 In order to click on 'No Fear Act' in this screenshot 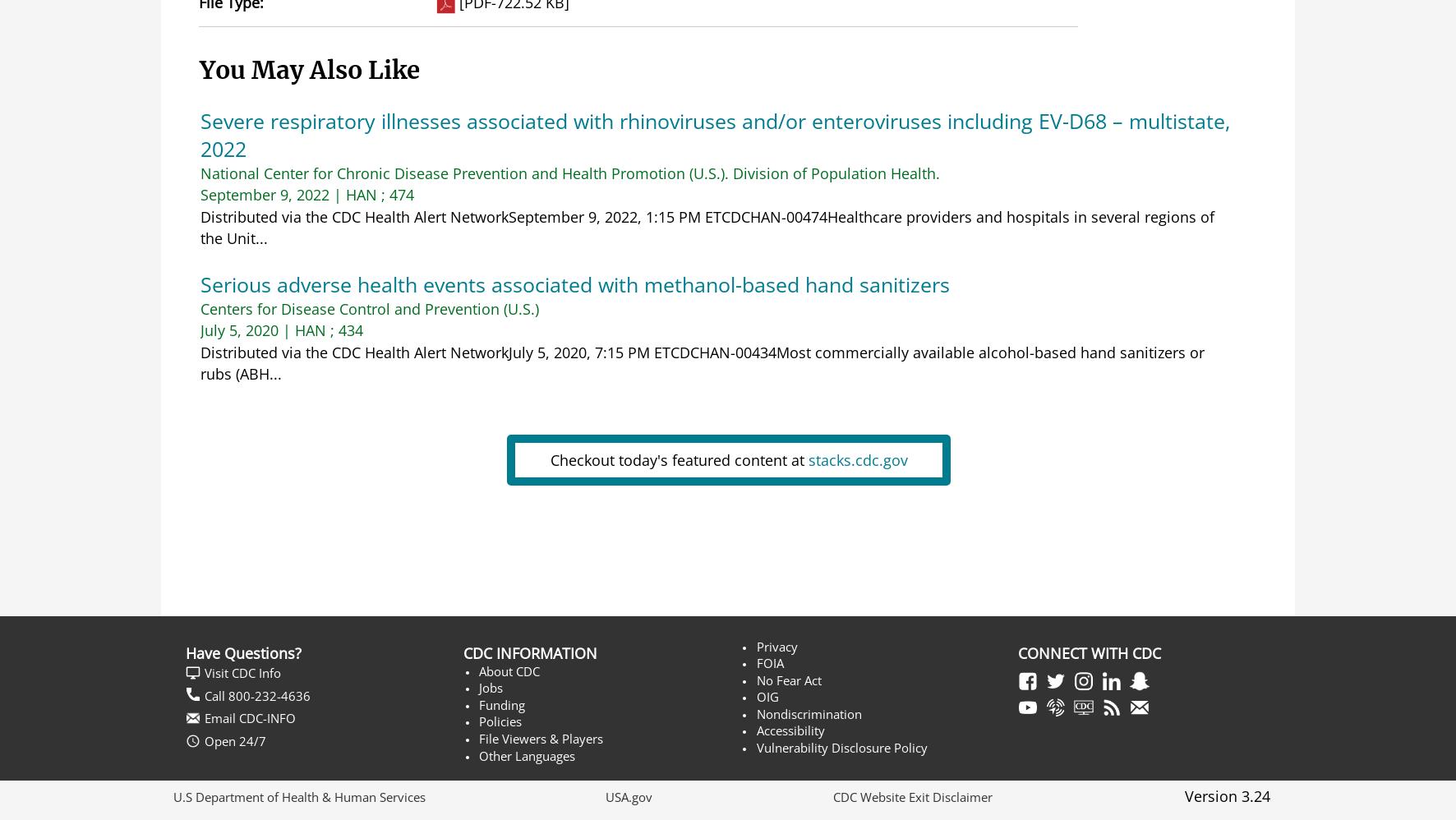, I will do `click(787, 679)`.